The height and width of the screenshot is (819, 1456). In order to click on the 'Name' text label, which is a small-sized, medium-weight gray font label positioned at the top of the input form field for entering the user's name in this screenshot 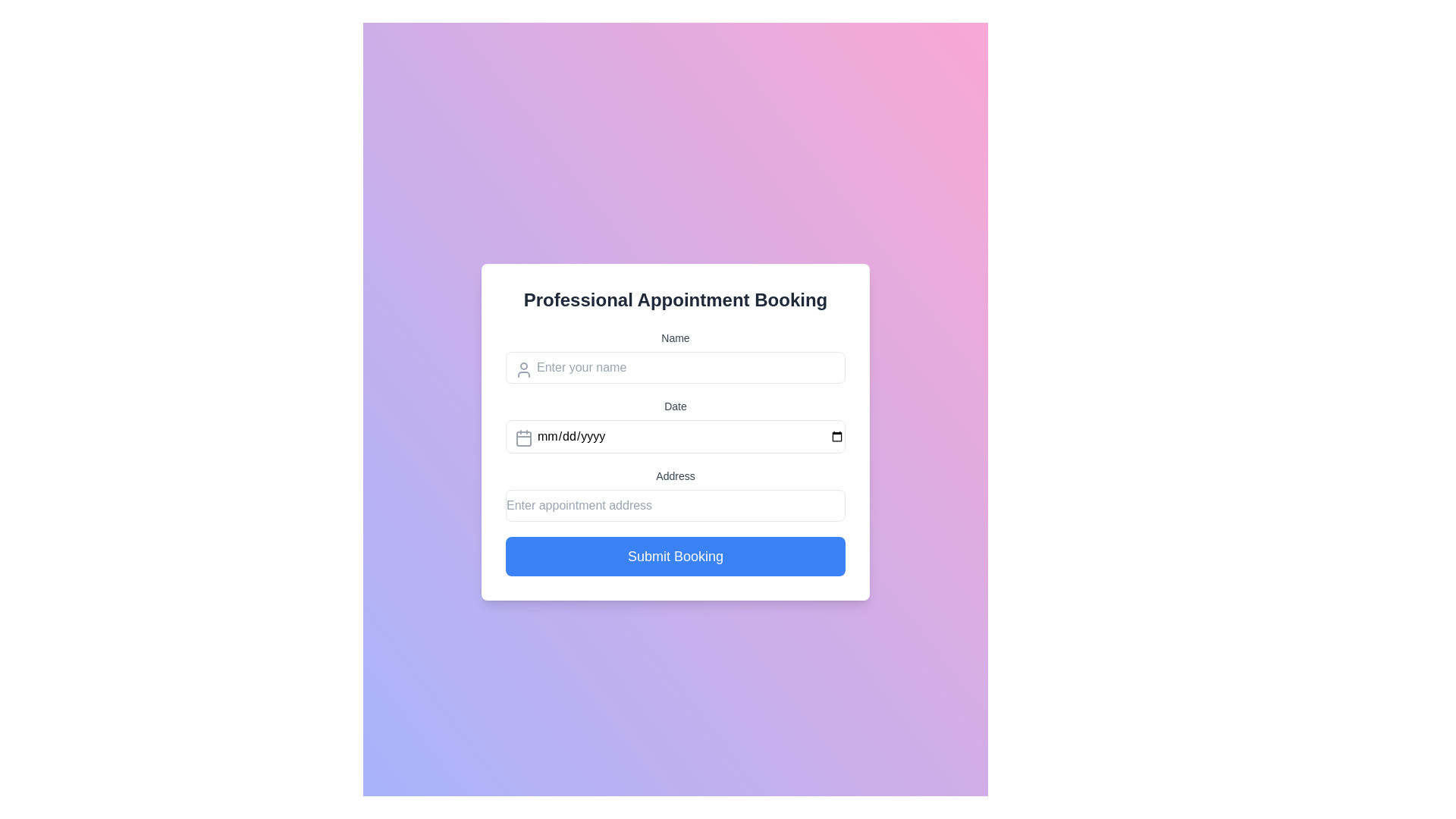, I will do `click(675, 337)`.